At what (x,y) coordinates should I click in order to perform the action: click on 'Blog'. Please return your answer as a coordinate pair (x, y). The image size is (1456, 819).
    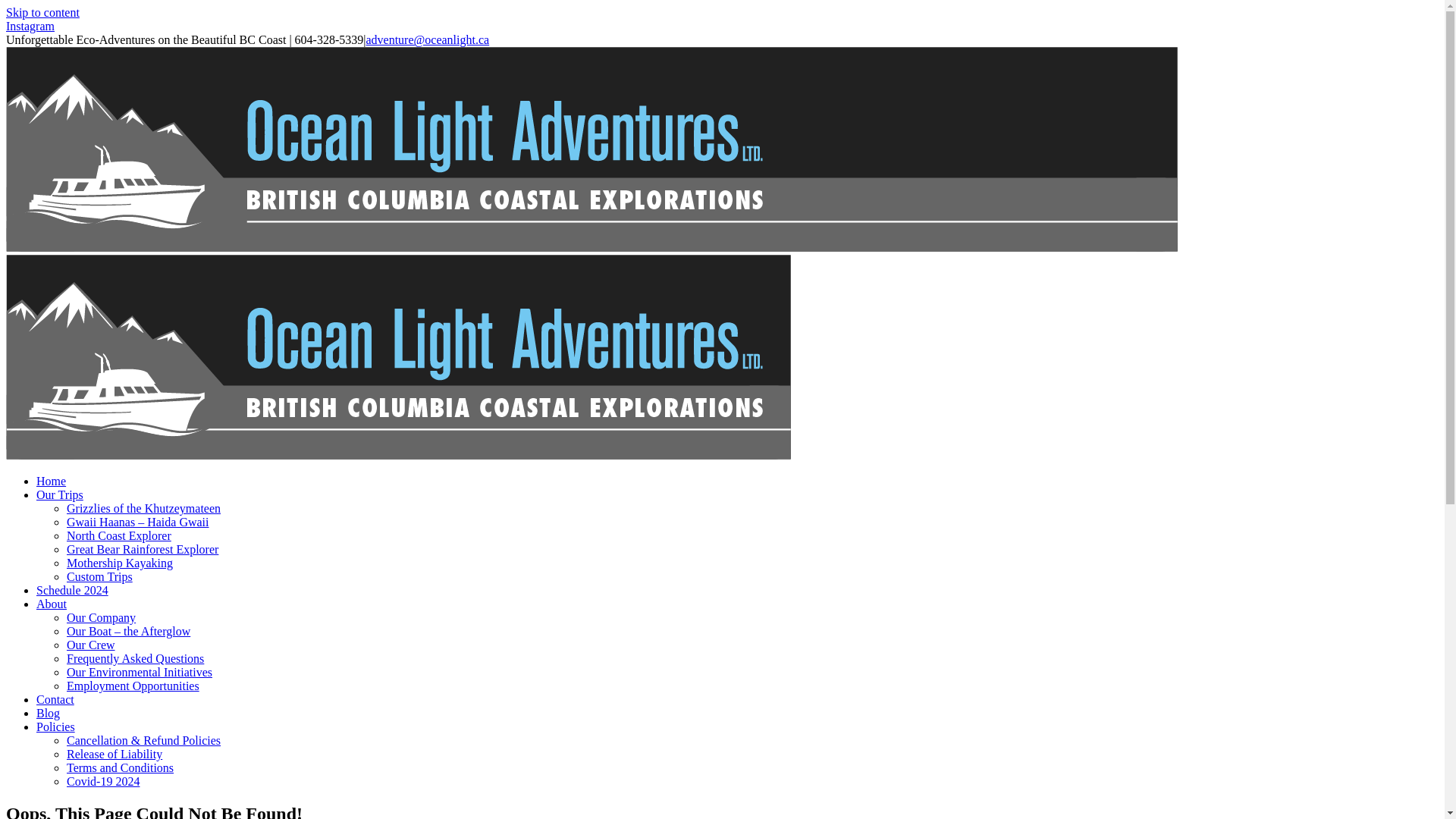
    Looking at the image, I should click on (48, 713).